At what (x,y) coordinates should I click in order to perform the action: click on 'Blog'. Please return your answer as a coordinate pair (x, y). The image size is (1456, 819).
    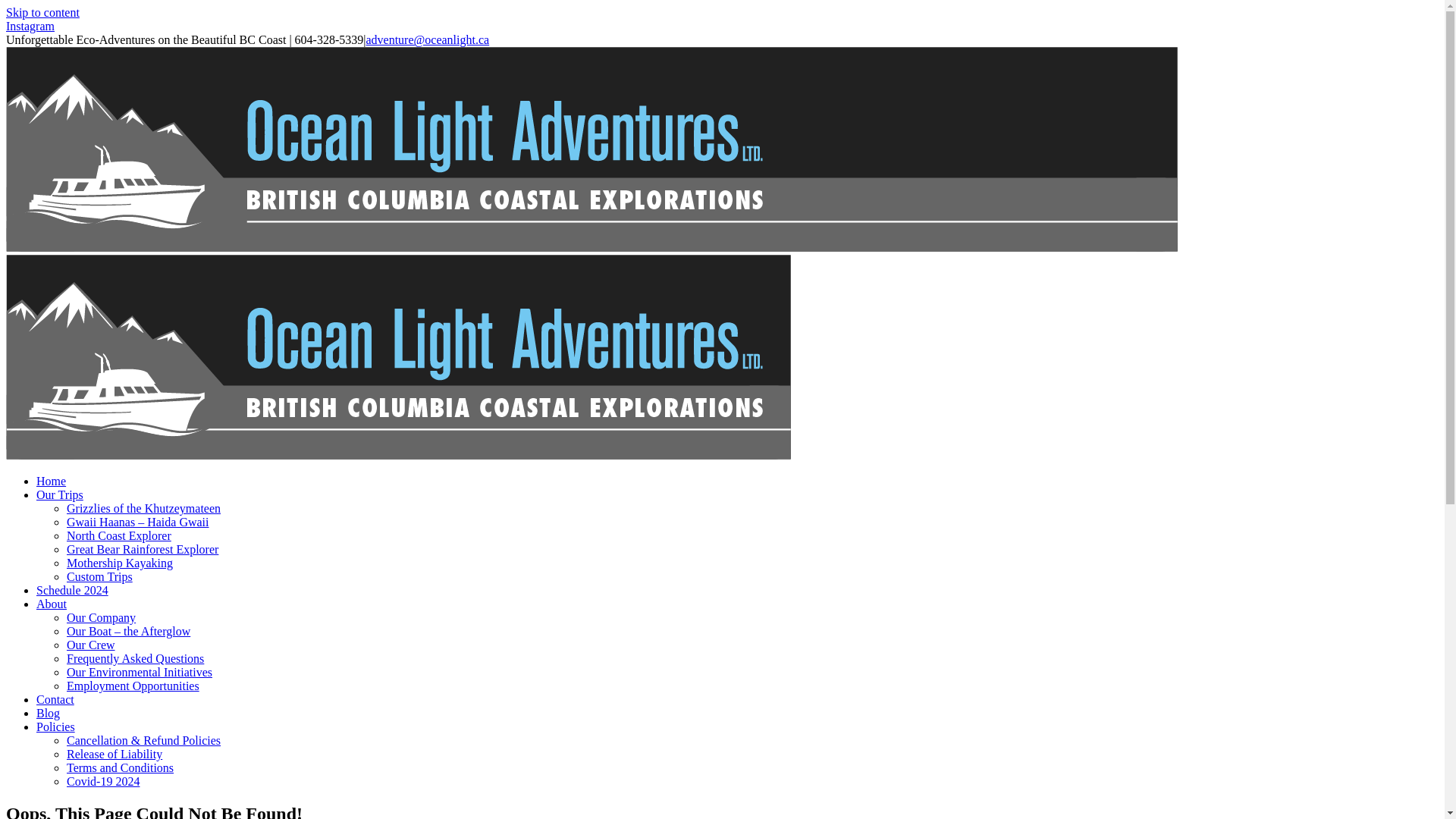
    Looking at the image, I should click on (48, 713).